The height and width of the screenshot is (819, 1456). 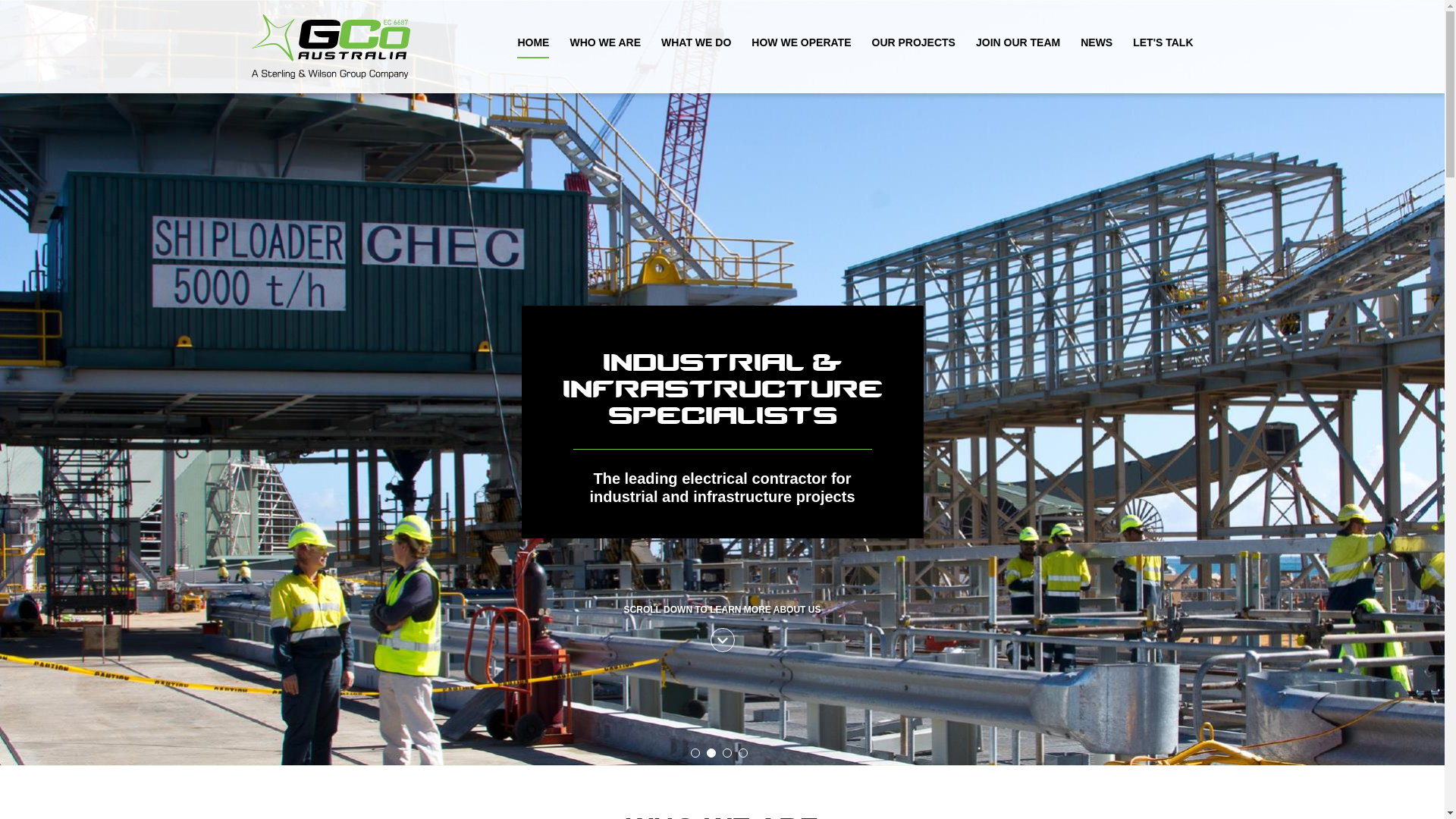 What do you see at coordinates (1162, 42) in the screenshot?
I see `'LET'S TALK'` at bounding box center [1162, 42].